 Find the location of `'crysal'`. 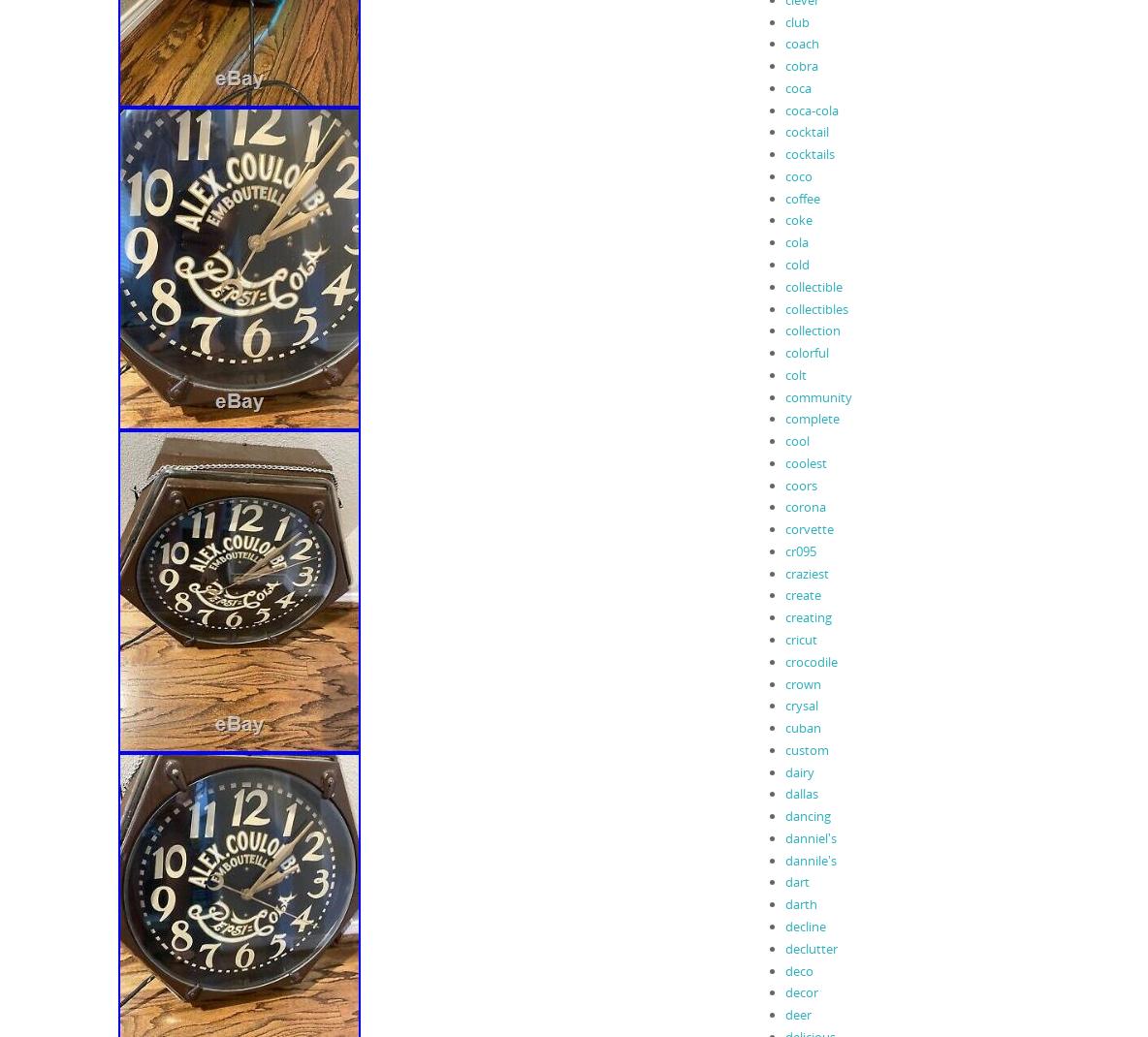

'crysal' is located at coordinates (800, 705).